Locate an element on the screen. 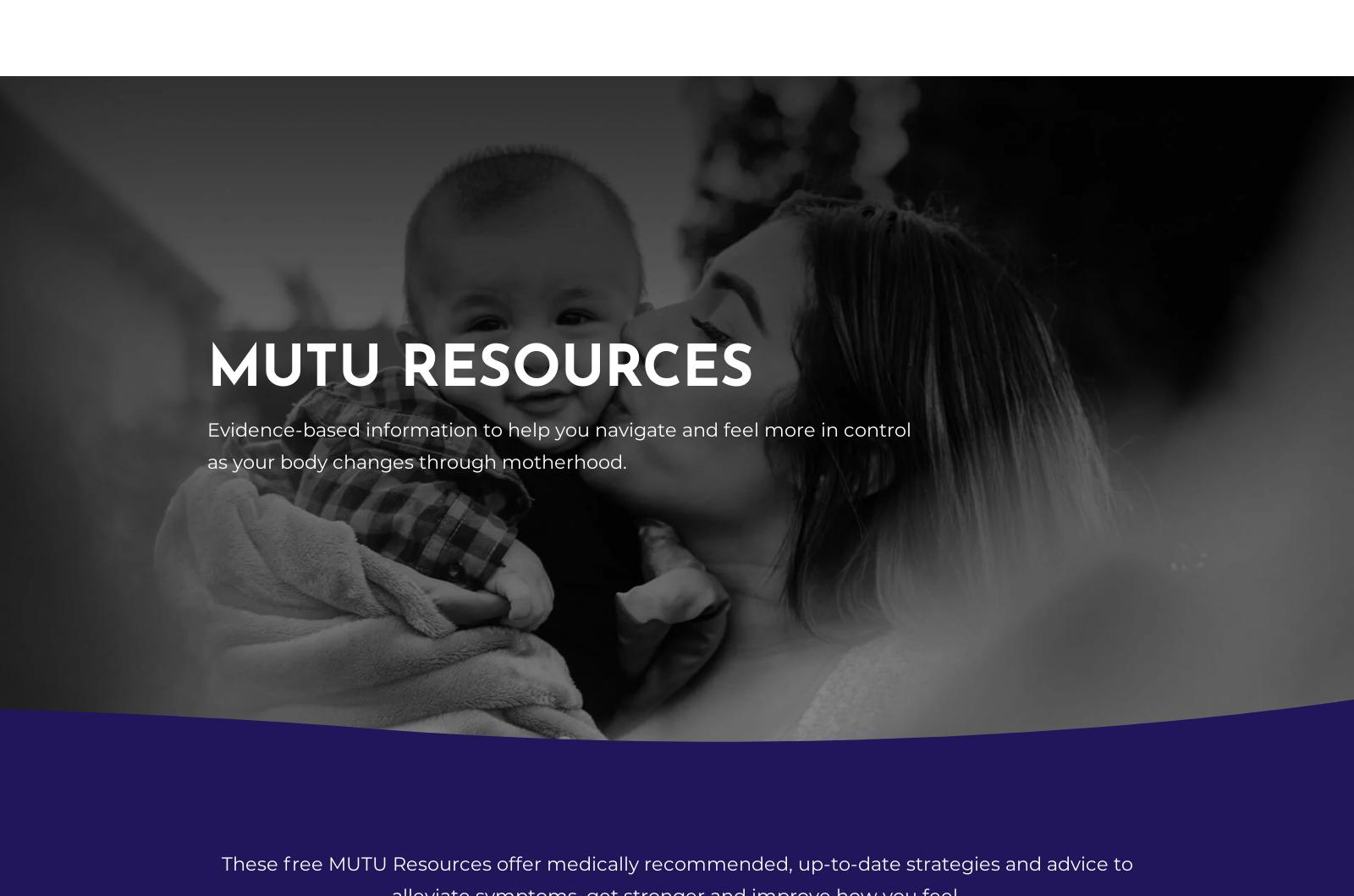 The image size is (1354, 896). 'Pelvic Girdle Pain and SPD exercises' is located at coordinates (998, 223).